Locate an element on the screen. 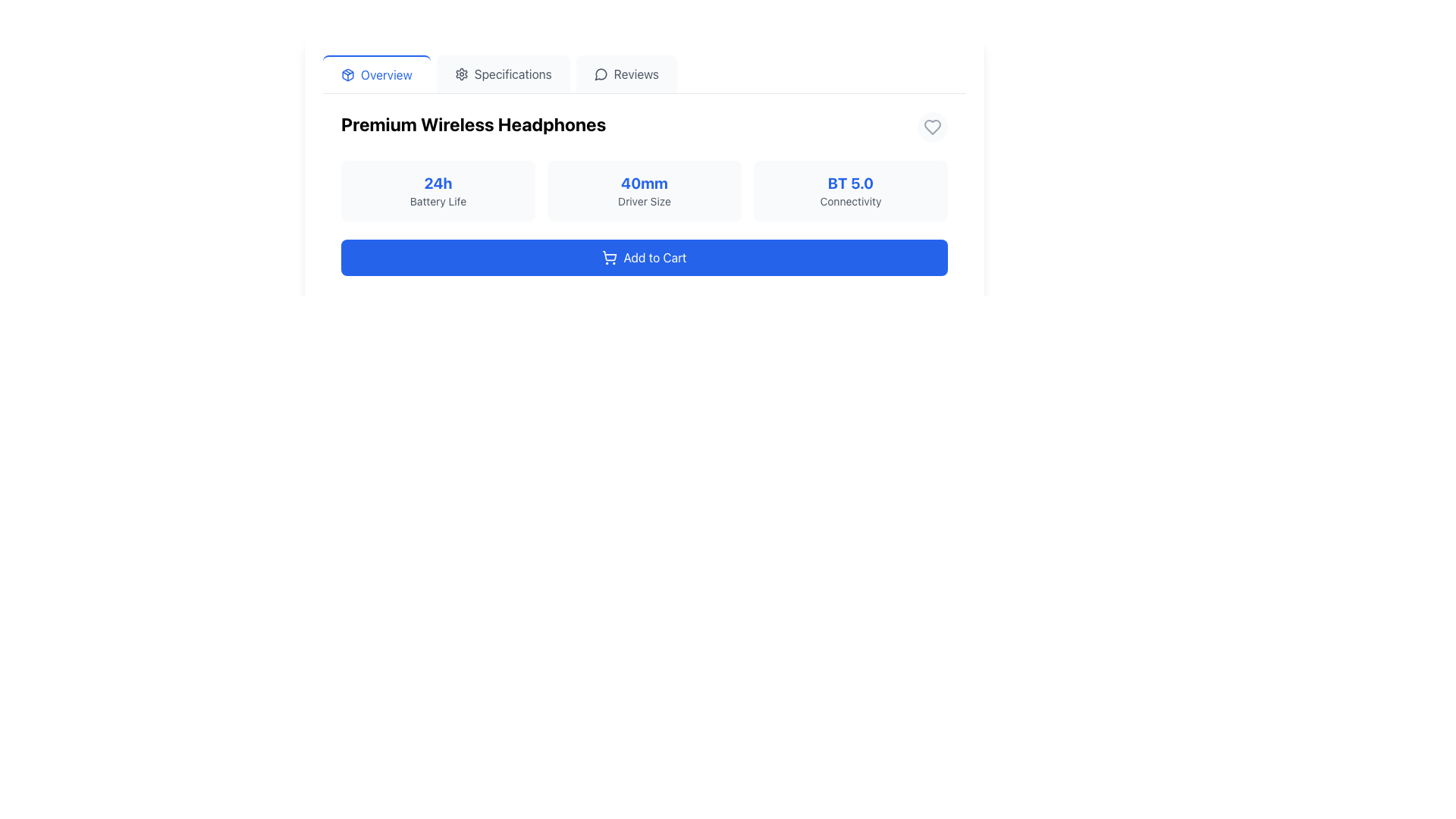 The width and height of the screenshot is (1456, 819). the settings icon, which is represented by a gear-shaped graphic component is located at coordinates (460, 74).